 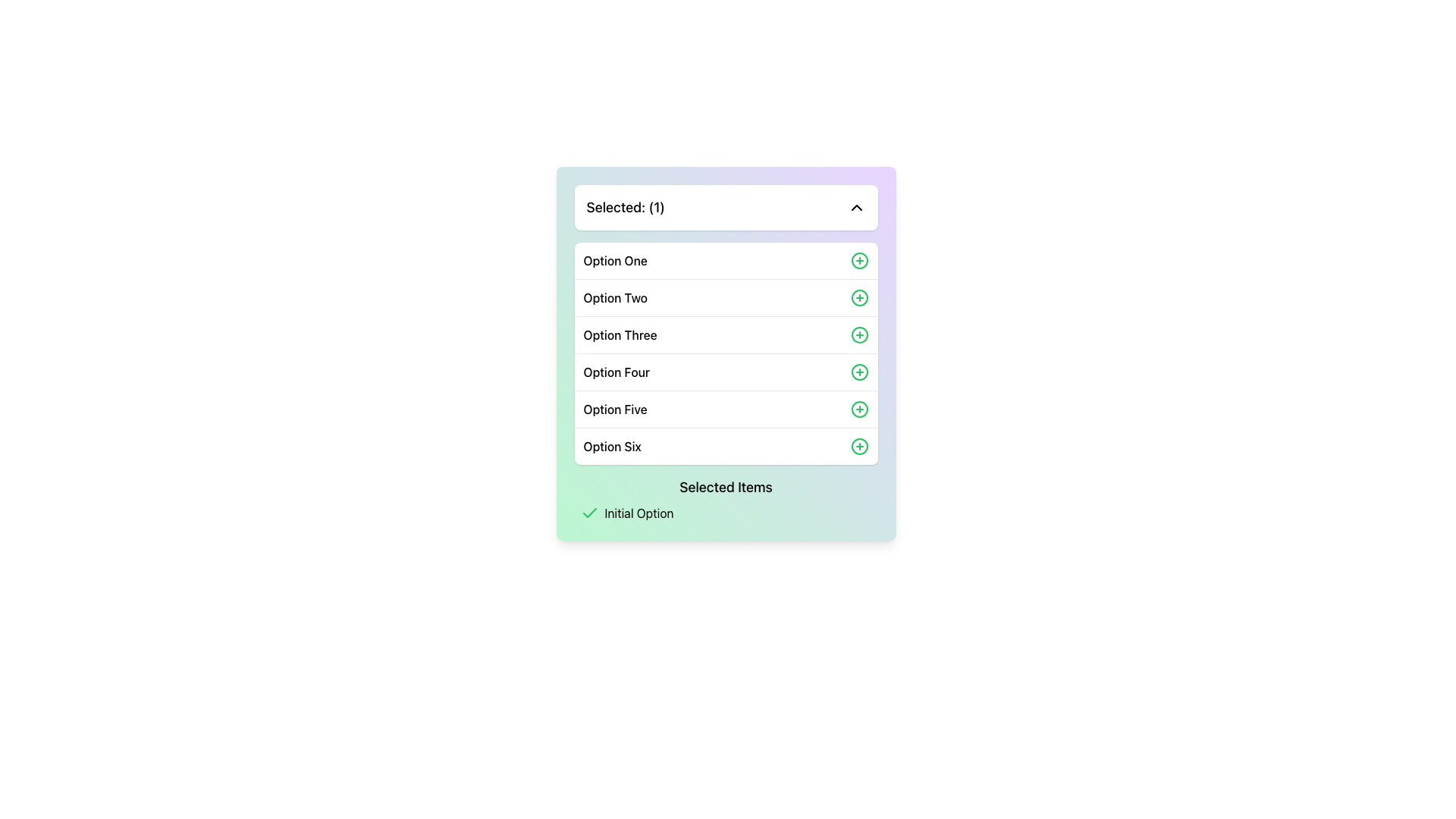 I want to click on 'Option Two' in the dropdown menu to trigger its associated functionality, which includes selecting or adding it to a list, so click(x=725, y=297).